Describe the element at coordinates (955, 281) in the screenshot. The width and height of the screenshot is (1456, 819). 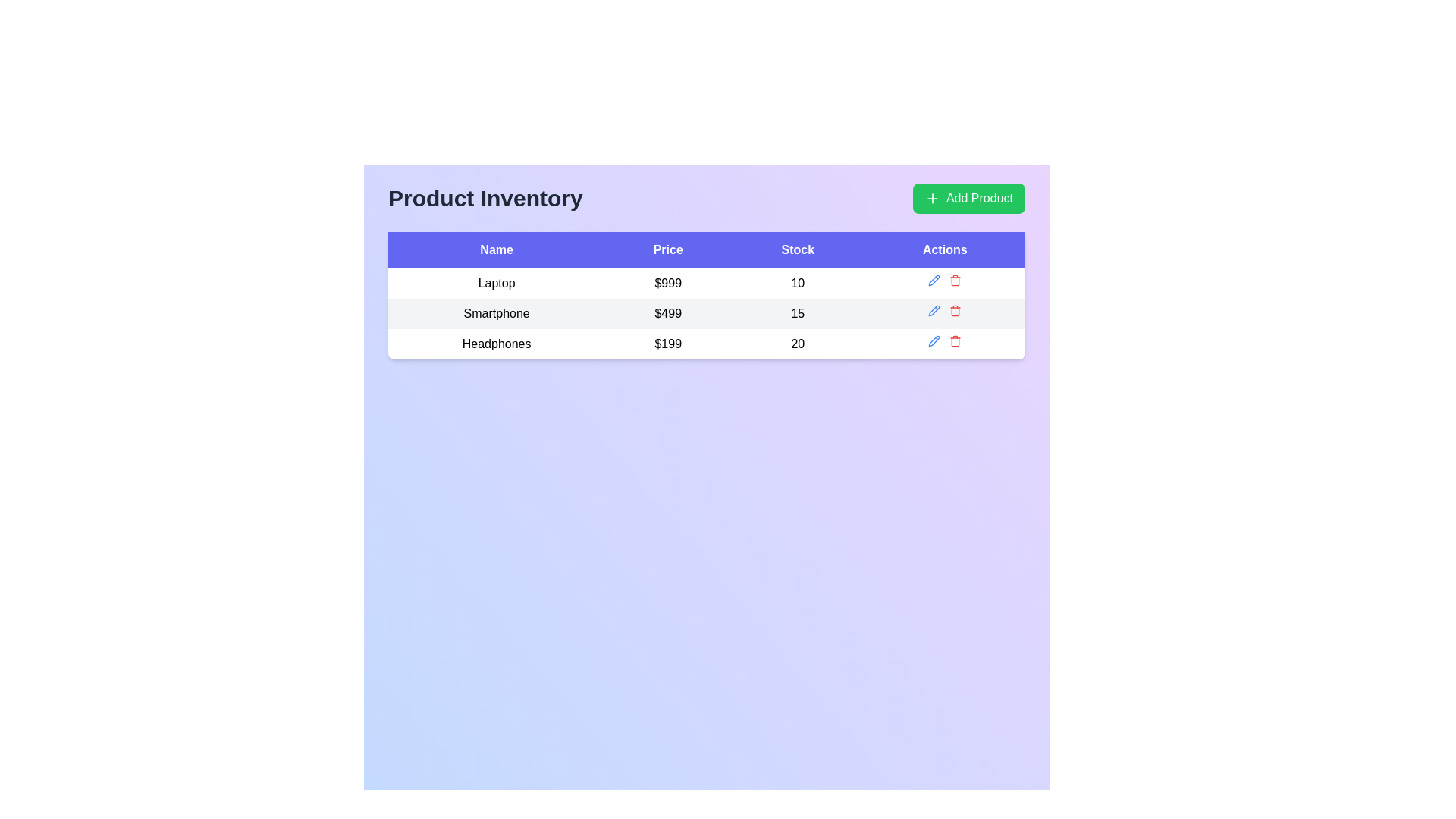
I see `the delete button located in the first row of the 'Actions' column under the 'Product Inventory' header` at that location.